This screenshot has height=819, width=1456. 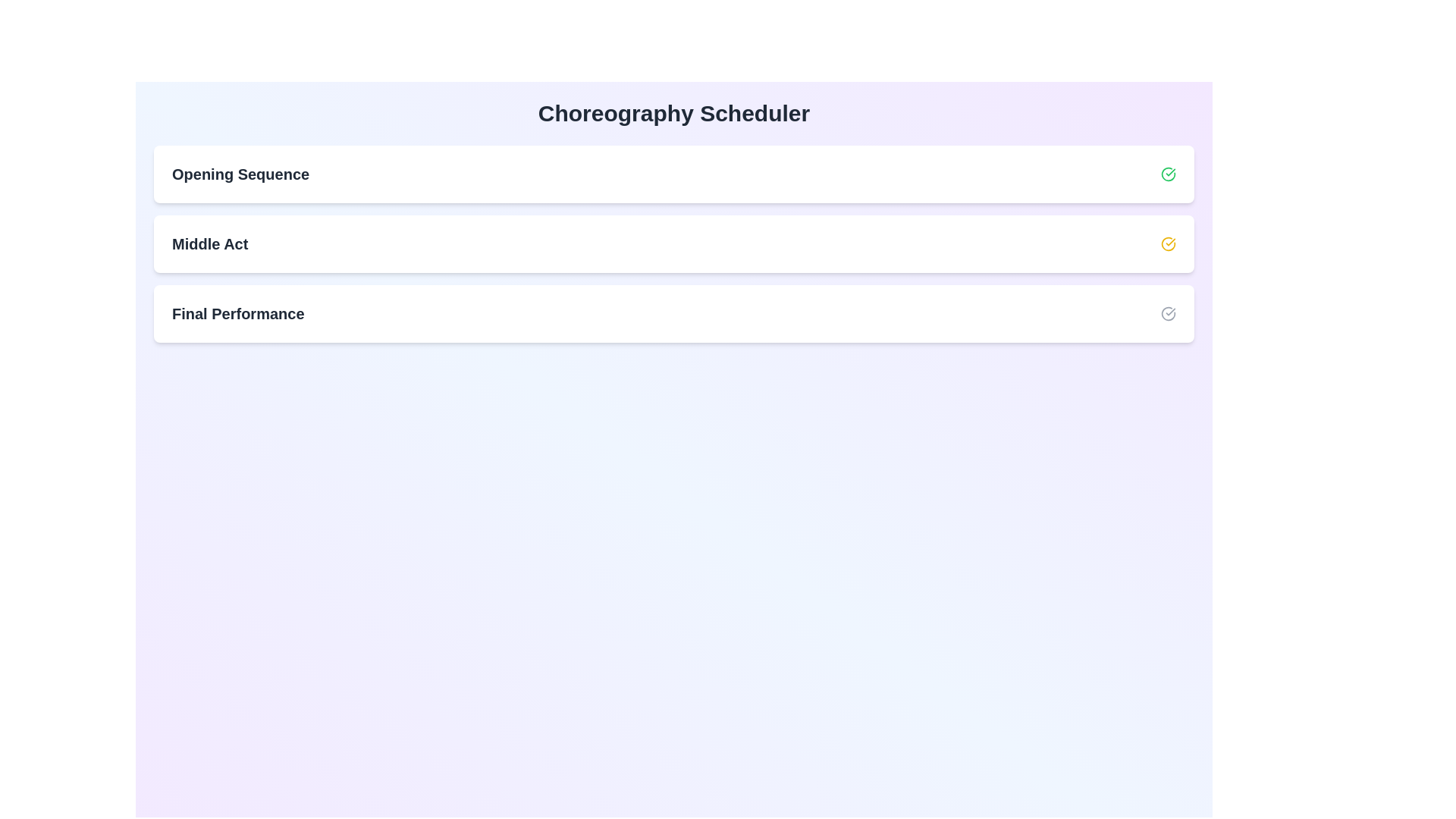 I want to click on status icon of the routine Opening Sequence, so click(x=1167, y=174).